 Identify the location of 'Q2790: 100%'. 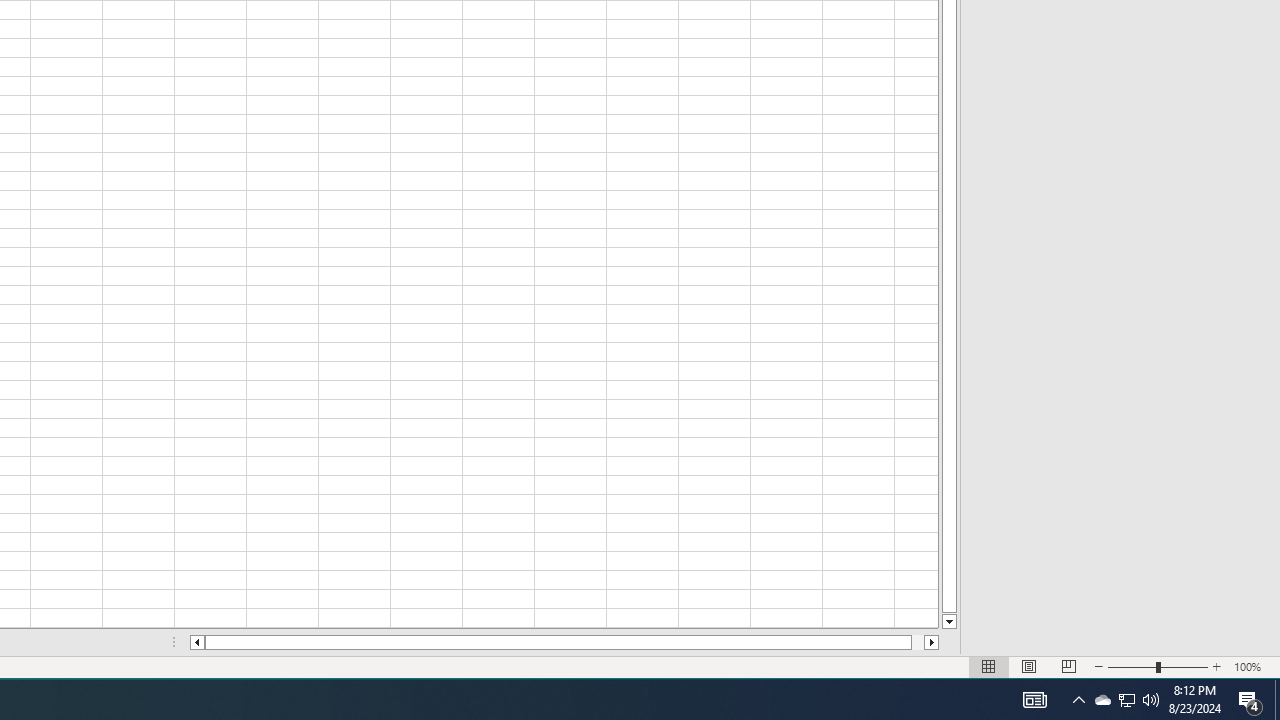
(1250, 698).